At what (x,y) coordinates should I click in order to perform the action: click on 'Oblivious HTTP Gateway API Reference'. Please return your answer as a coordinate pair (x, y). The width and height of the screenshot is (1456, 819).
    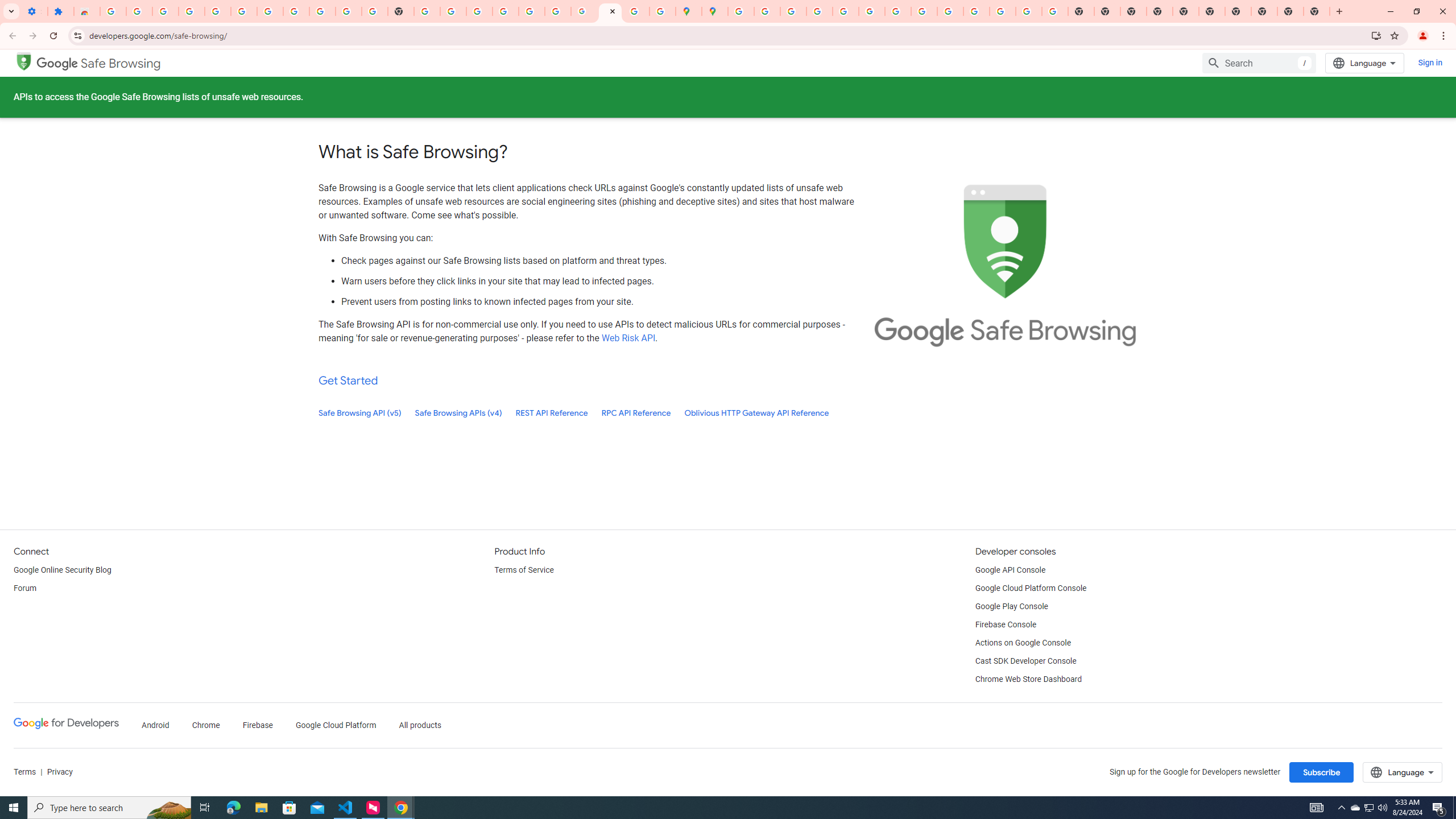
    Looking at the image, I should click on (756, 412).